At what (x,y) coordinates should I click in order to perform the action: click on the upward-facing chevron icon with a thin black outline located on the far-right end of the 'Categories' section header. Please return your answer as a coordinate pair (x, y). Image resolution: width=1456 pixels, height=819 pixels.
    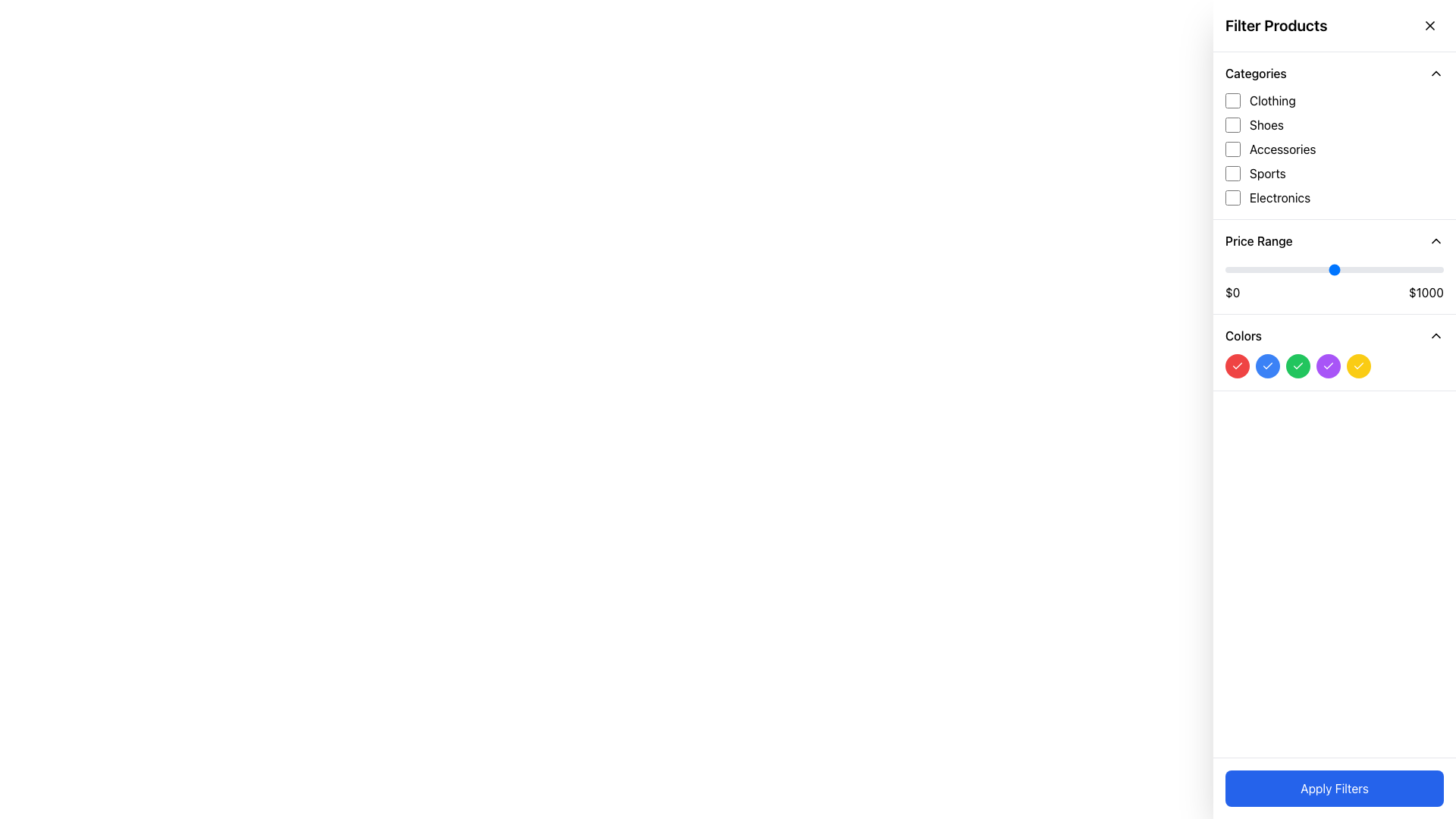
    Looking at the image, I should click on (1436, 73).